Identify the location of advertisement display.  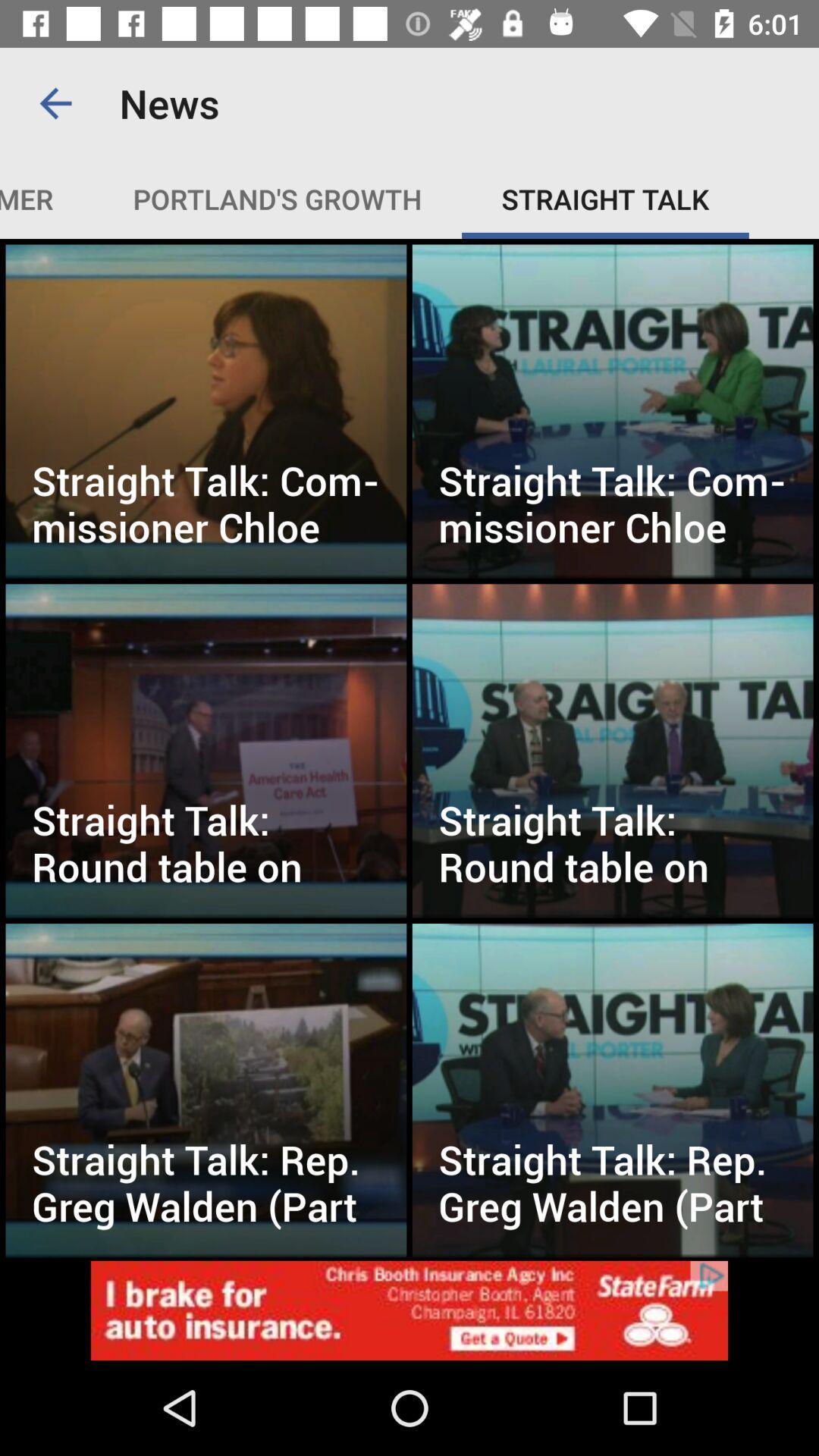
(409, 1310).